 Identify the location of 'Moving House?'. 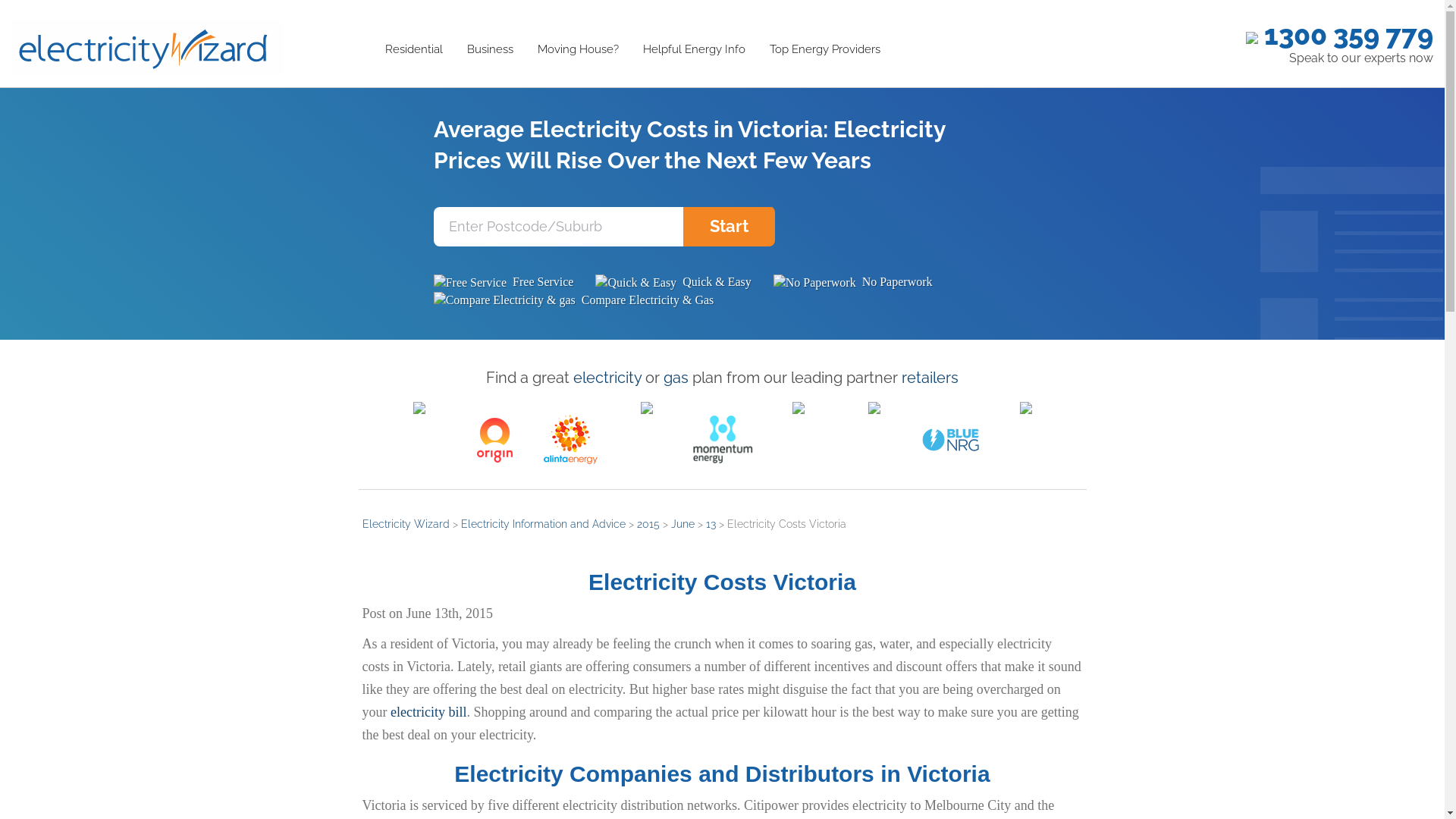
(577, 49).